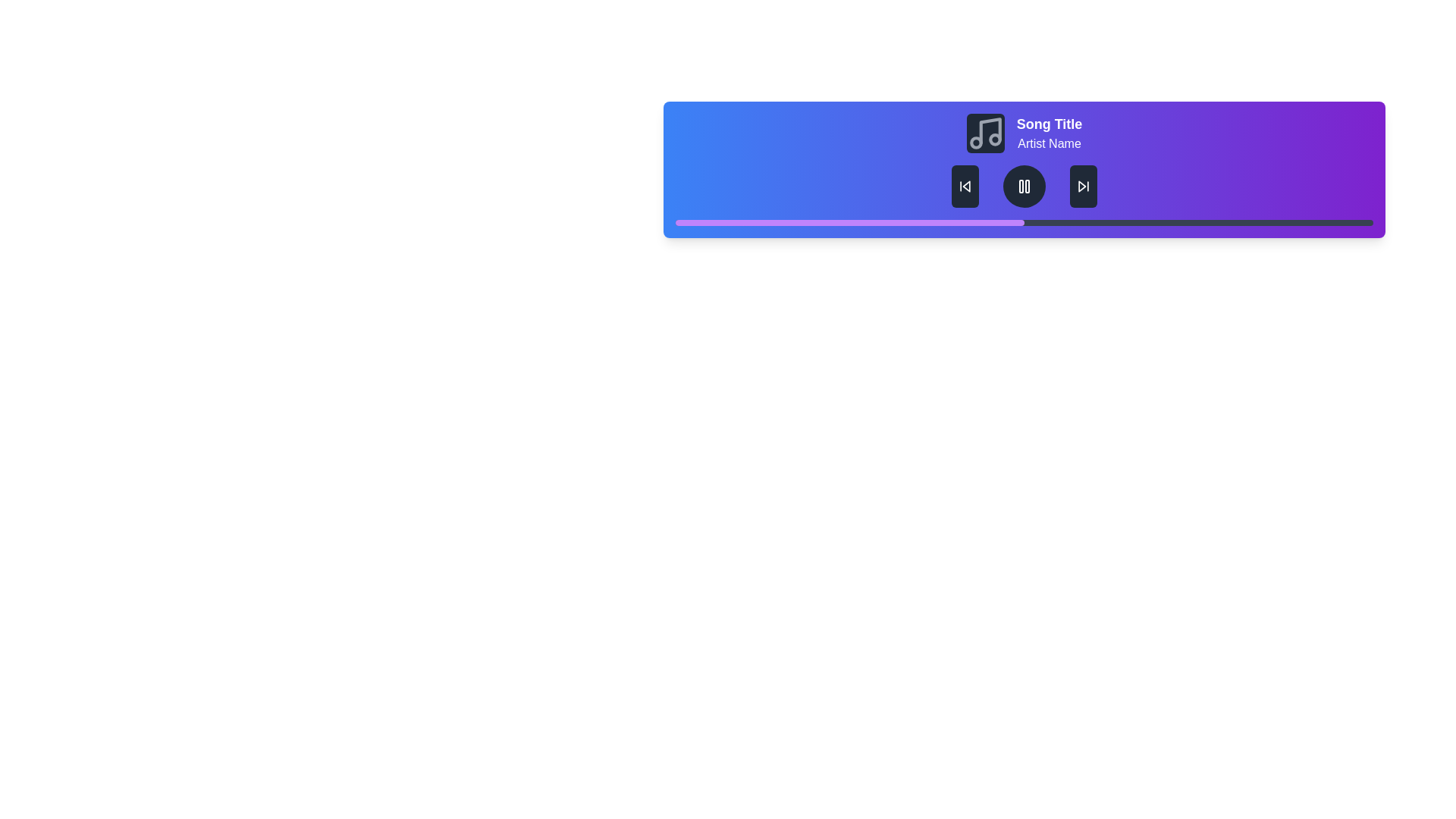 This screenshot has height=819, width=1456. Describe the element at coordinates (1086, 222) in the screenshot. I see `progress` at that location.